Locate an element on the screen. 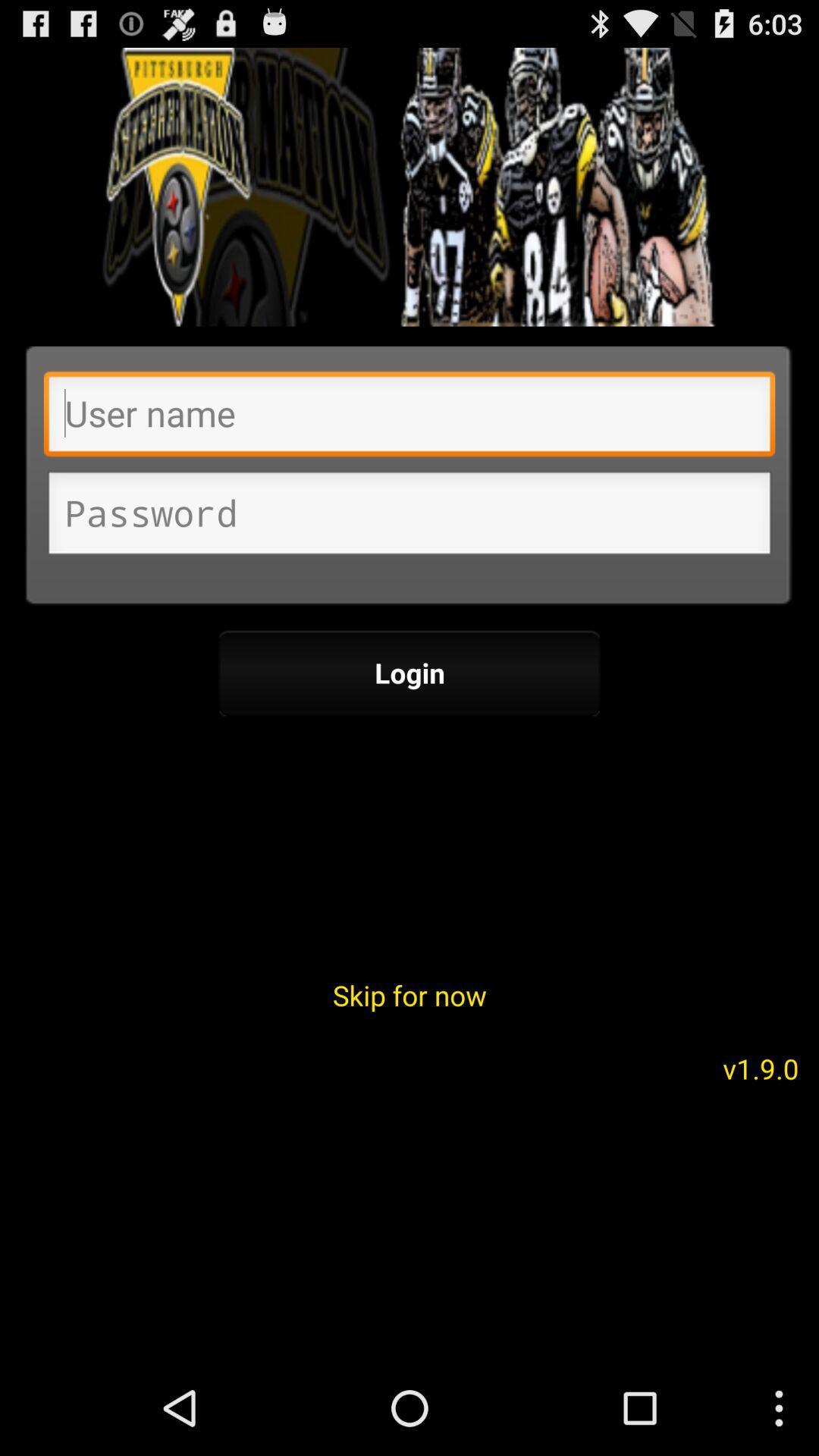  the login is located at coordinates (409, 672).